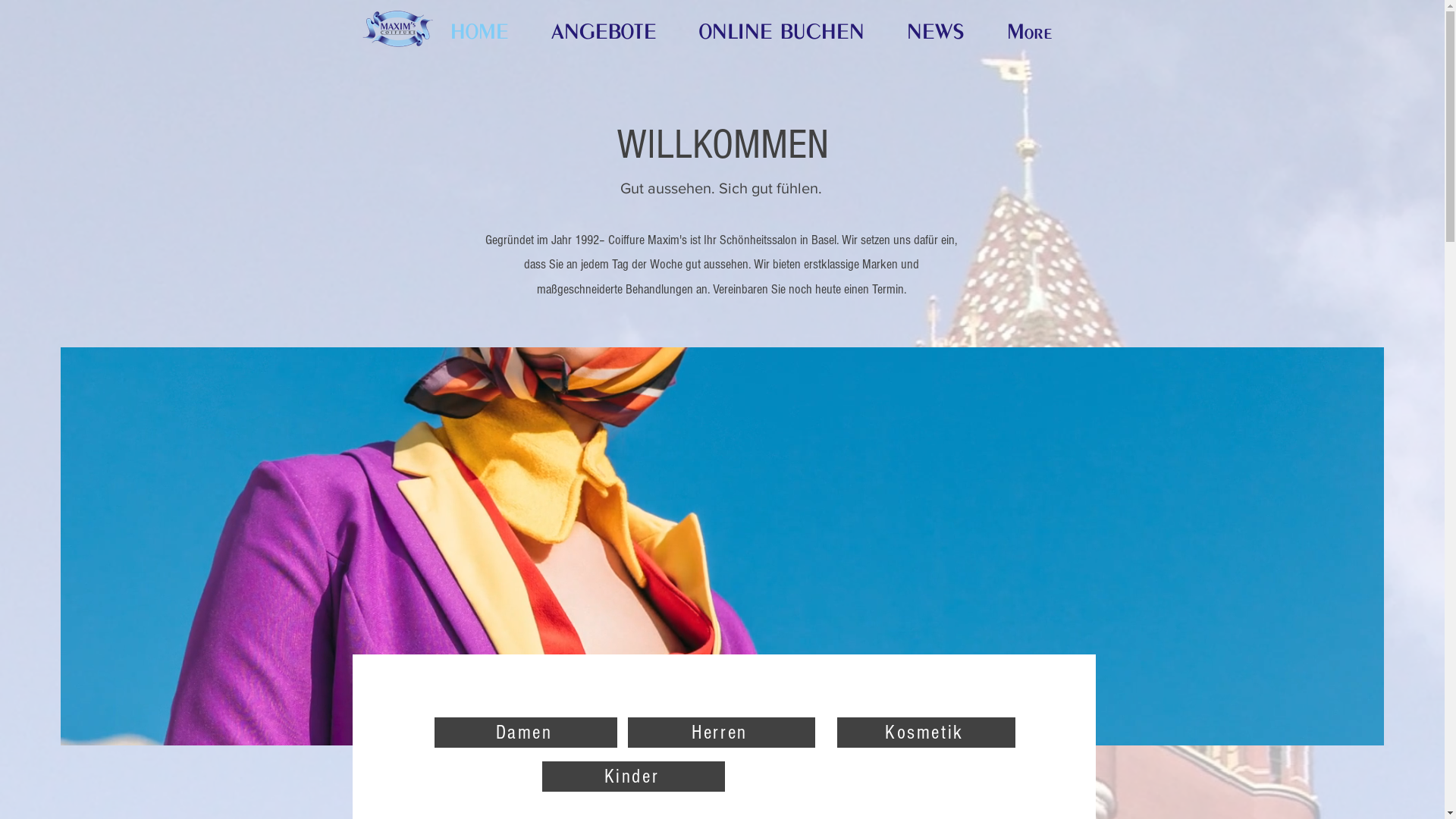 The height and width of the screenshot is (819, 1456). I want to click on 'Damen', so click(525, 731).